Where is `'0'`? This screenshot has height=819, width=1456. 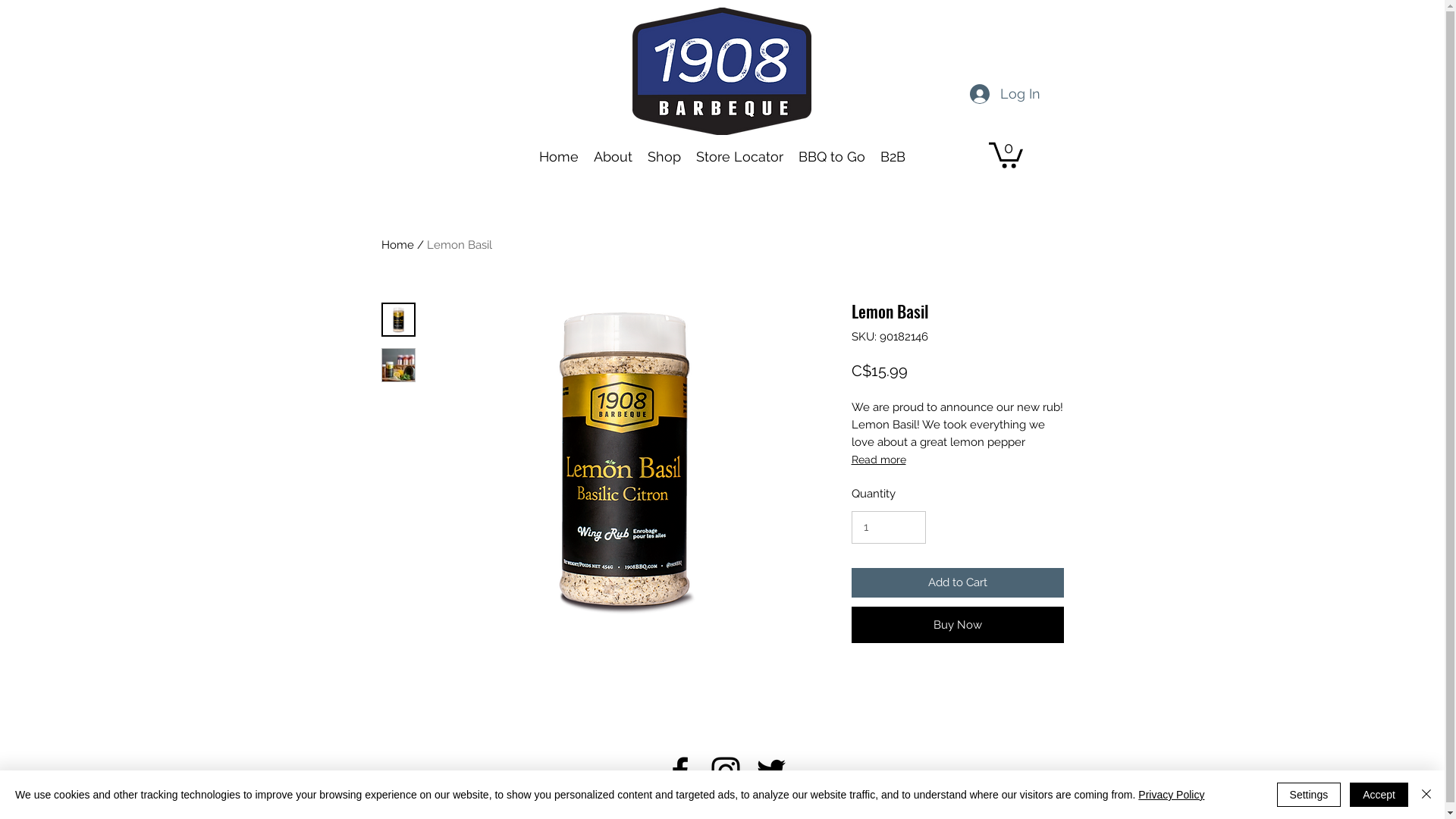 '0' is located at coordinates (1006, 154).